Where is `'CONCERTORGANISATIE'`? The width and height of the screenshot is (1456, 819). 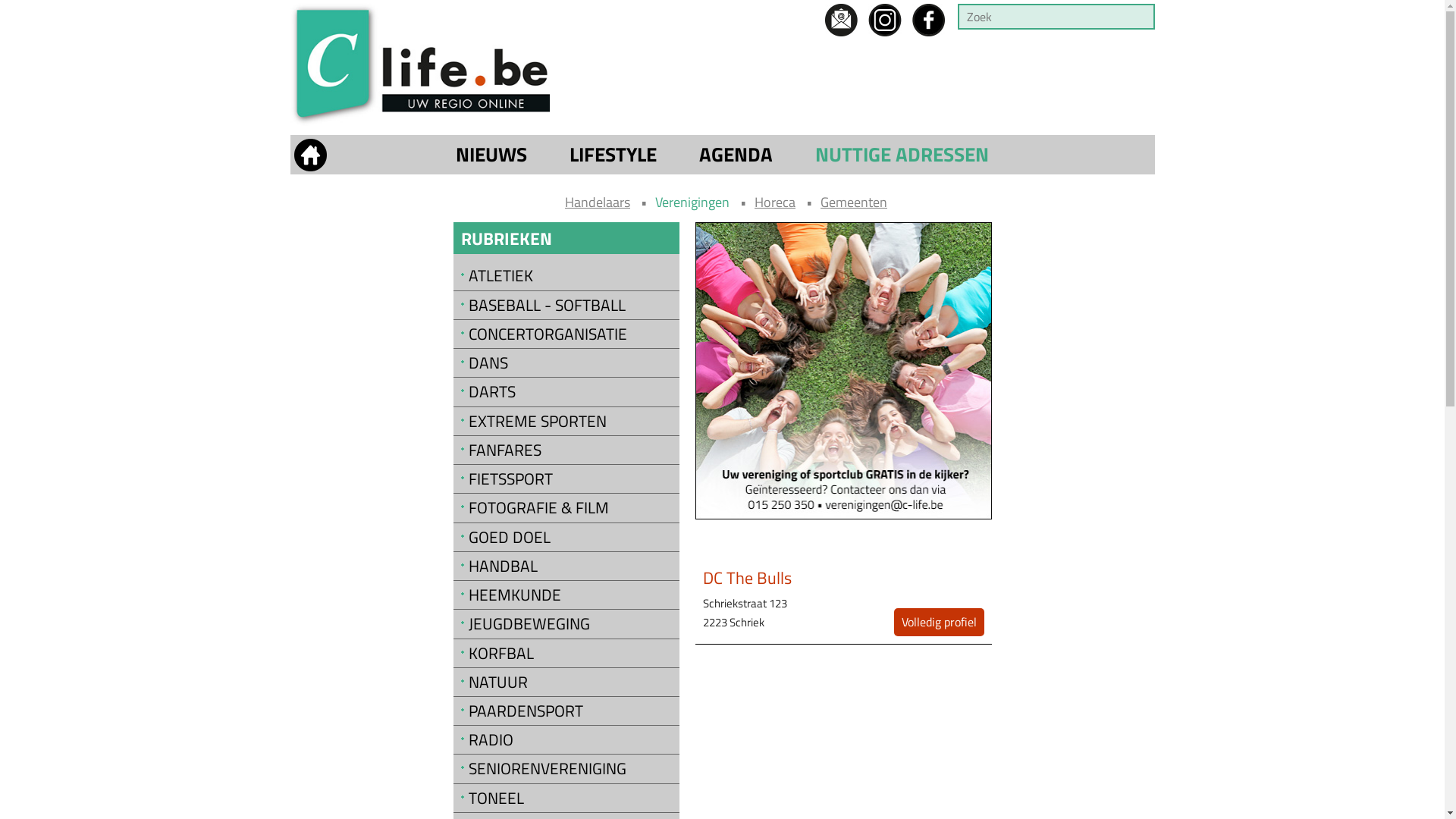 'CONCERTORGANISATIE' is located at coordinates (460, 333).